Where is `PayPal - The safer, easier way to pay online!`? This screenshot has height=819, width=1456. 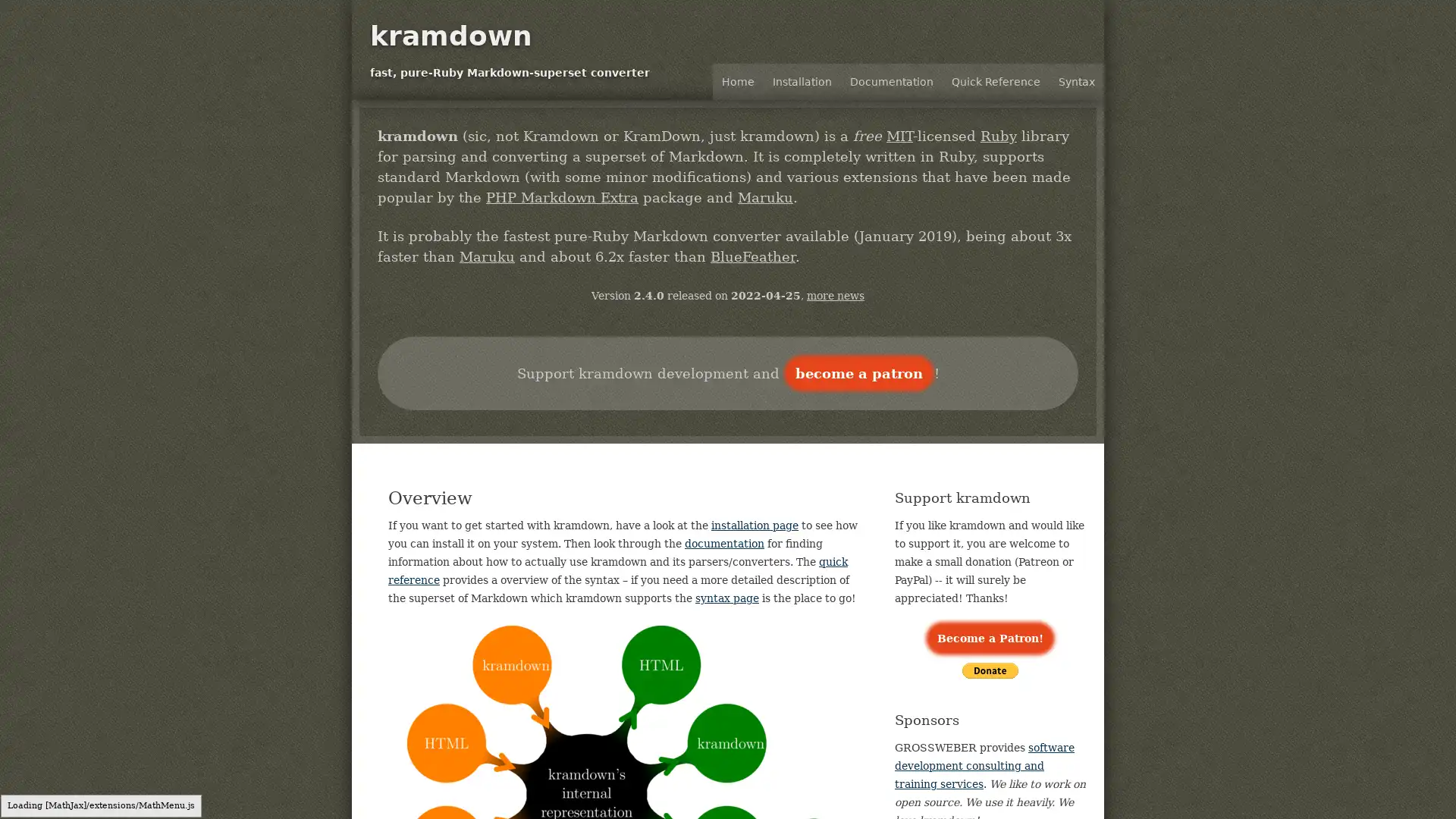 PayPal - The safer, easier way to pay online! is located at coordinates (990, 670).